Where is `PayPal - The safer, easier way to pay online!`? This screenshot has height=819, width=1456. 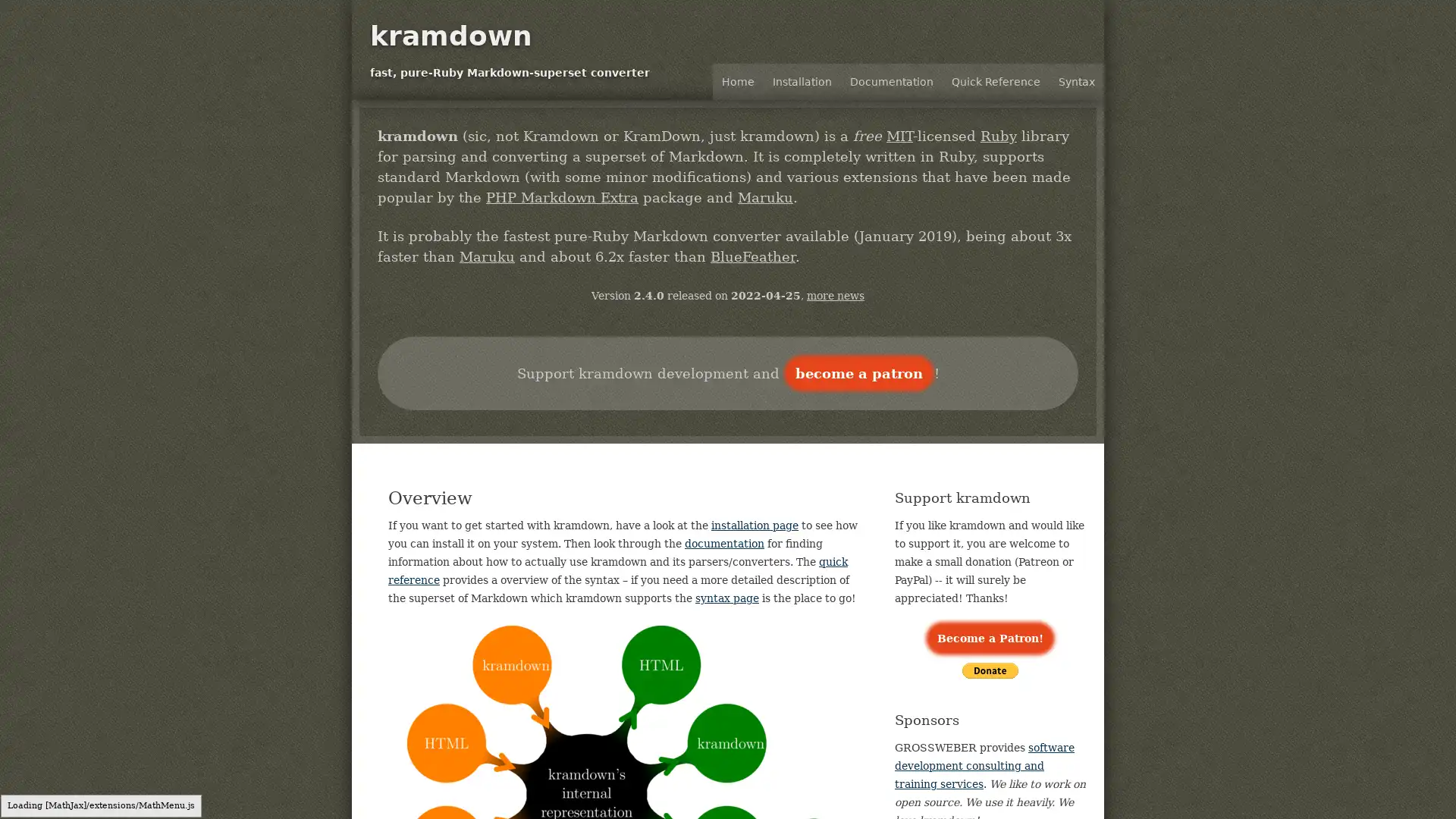 PayPal - The safer, easier way to pay online! is located at coordinates (990, 670).